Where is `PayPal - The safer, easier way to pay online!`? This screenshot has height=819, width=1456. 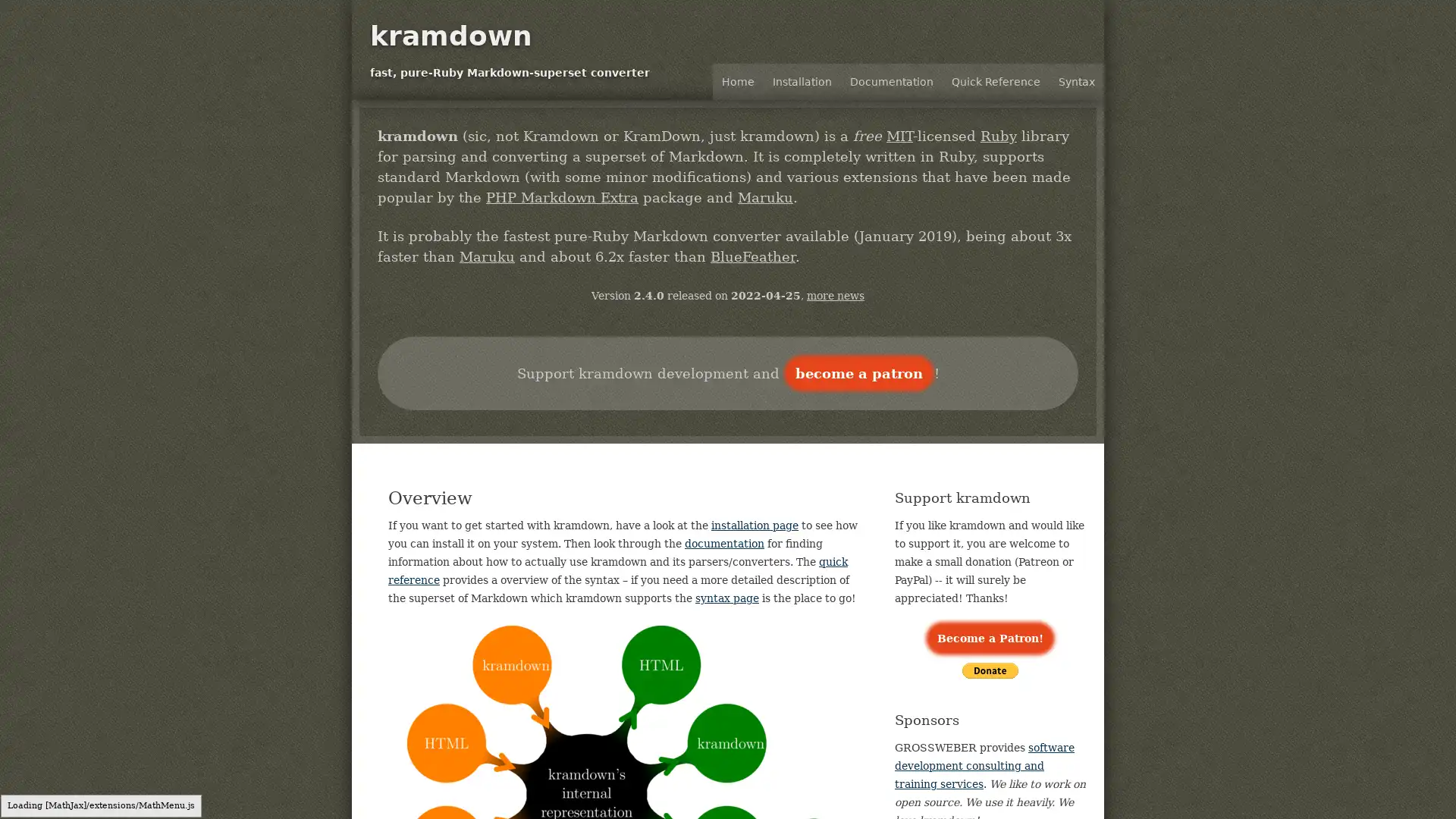 PayPal - The safer, easier way to pay online! is located at coordinates (990, 670).